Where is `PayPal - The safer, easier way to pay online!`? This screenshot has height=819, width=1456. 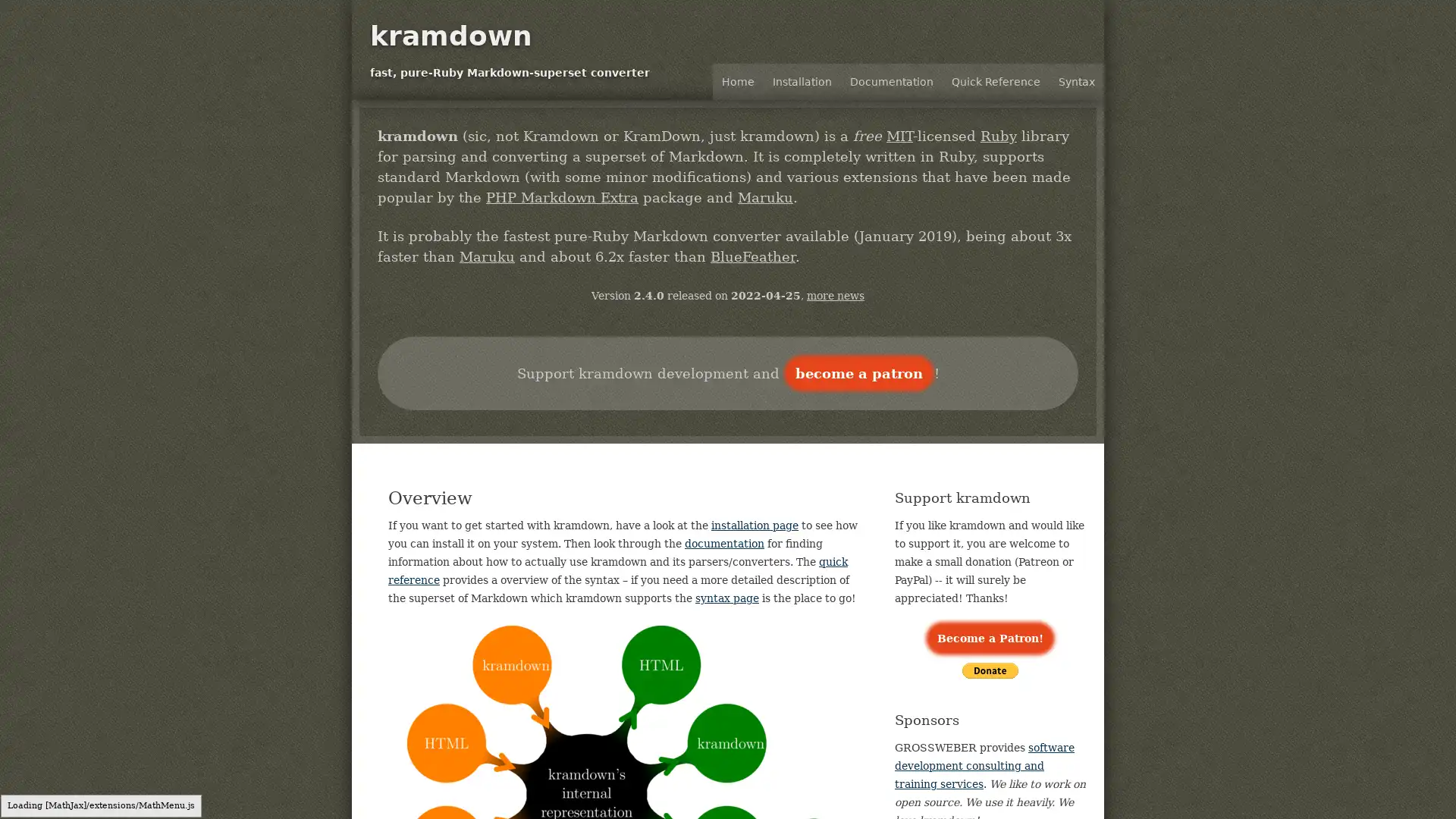 PayPal - The safer, easier way to pay online! is located at coordinates (990, 670).